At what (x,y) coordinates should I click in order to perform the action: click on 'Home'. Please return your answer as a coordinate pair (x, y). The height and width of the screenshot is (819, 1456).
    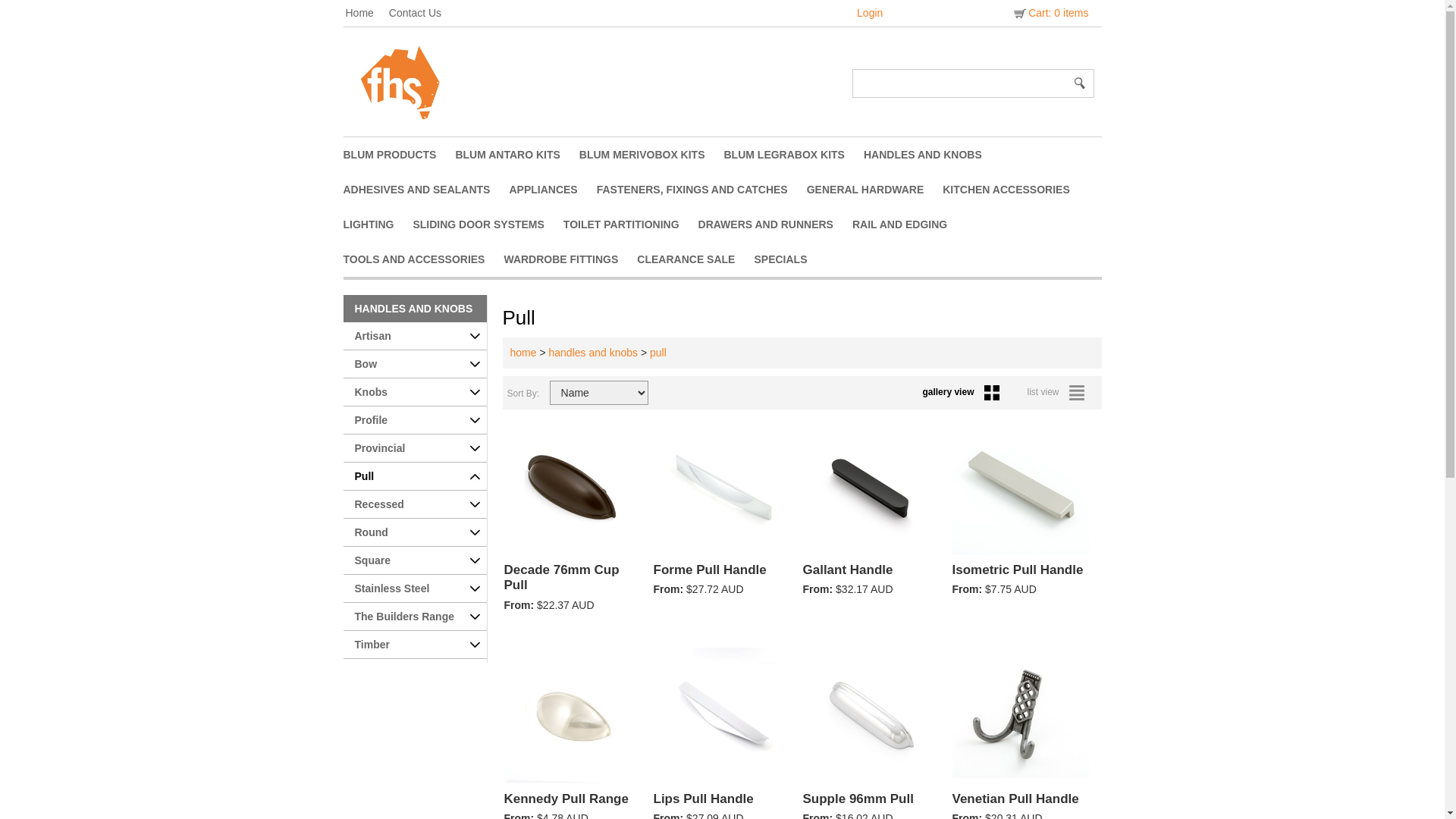
    Looking at the image, I should click on (367, 12).